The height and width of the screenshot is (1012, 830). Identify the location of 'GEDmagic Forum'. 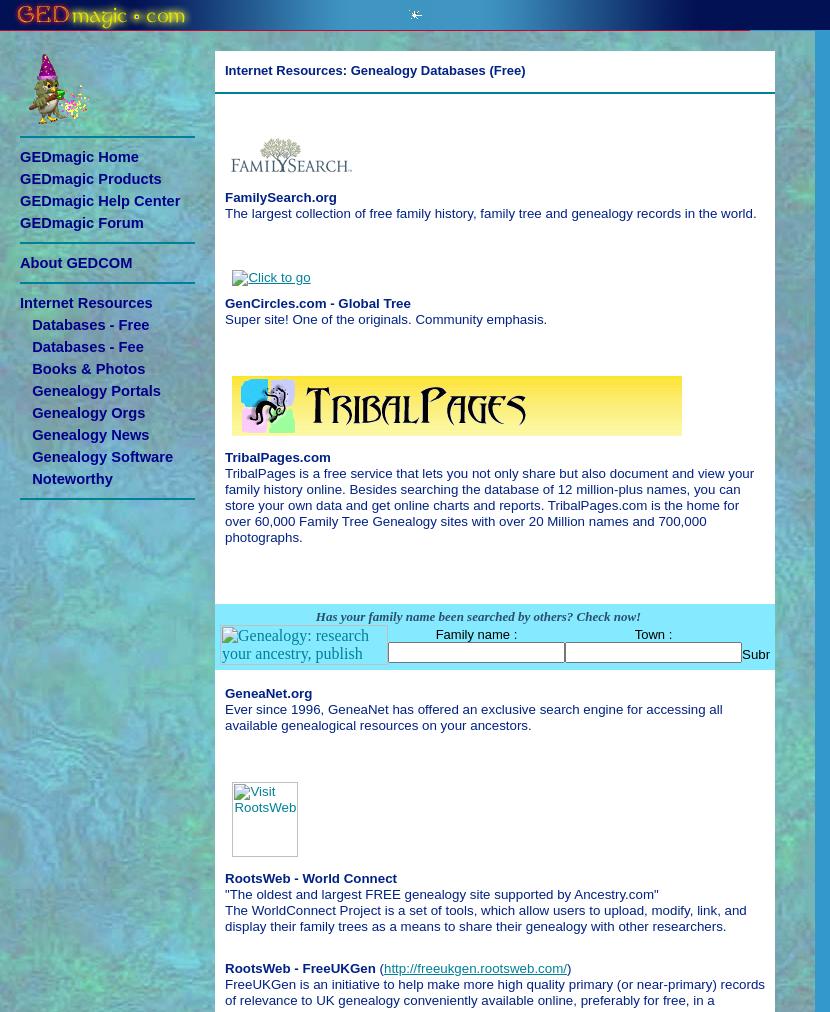
(80, 223).